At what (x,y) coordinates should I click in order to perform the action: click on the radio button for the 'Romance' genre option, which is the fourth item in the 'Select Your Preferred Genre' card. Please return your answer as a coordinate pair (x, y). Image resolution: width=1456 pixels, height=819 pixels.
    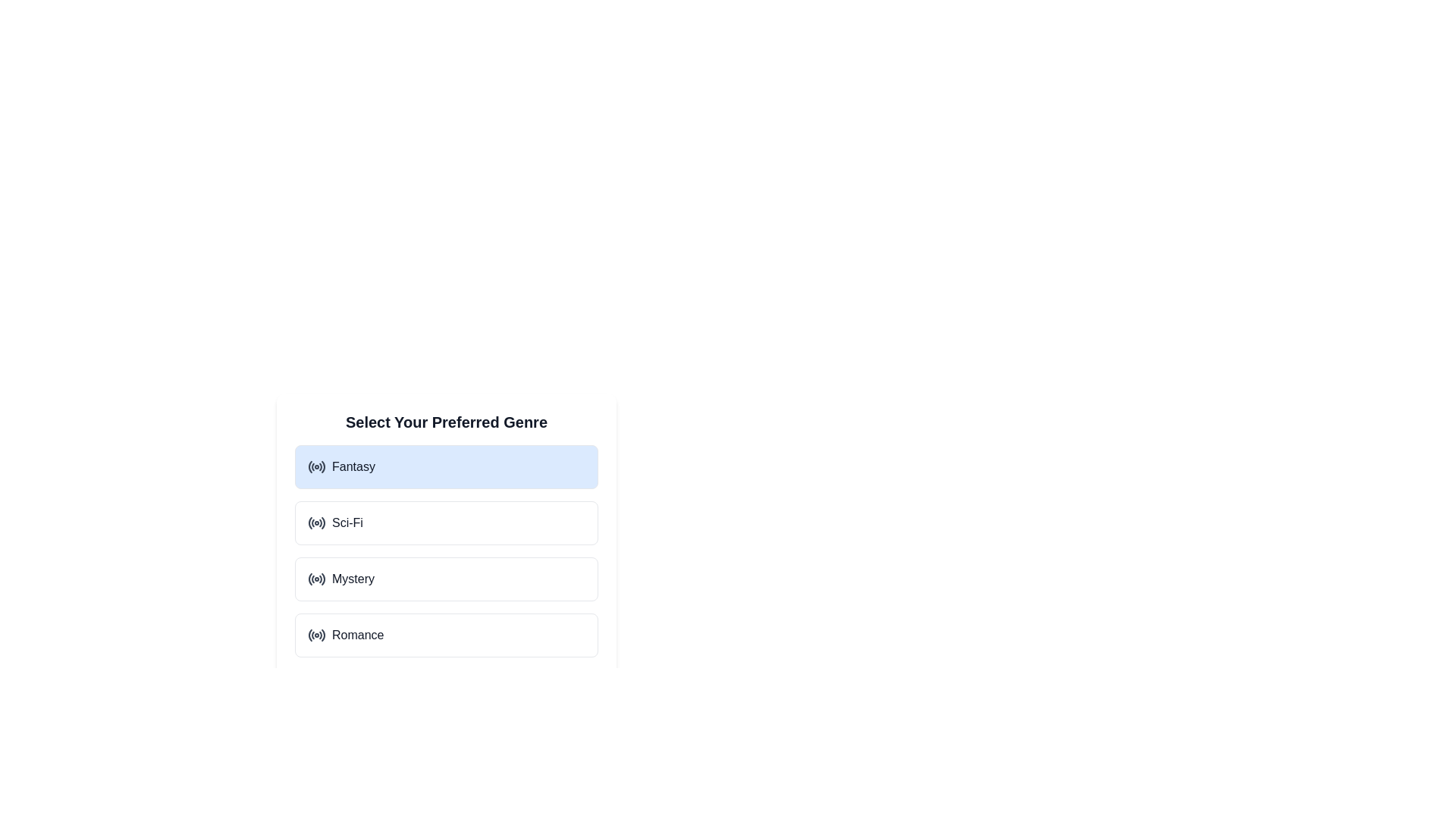
    Looking at the image, I should click on (446, 635).